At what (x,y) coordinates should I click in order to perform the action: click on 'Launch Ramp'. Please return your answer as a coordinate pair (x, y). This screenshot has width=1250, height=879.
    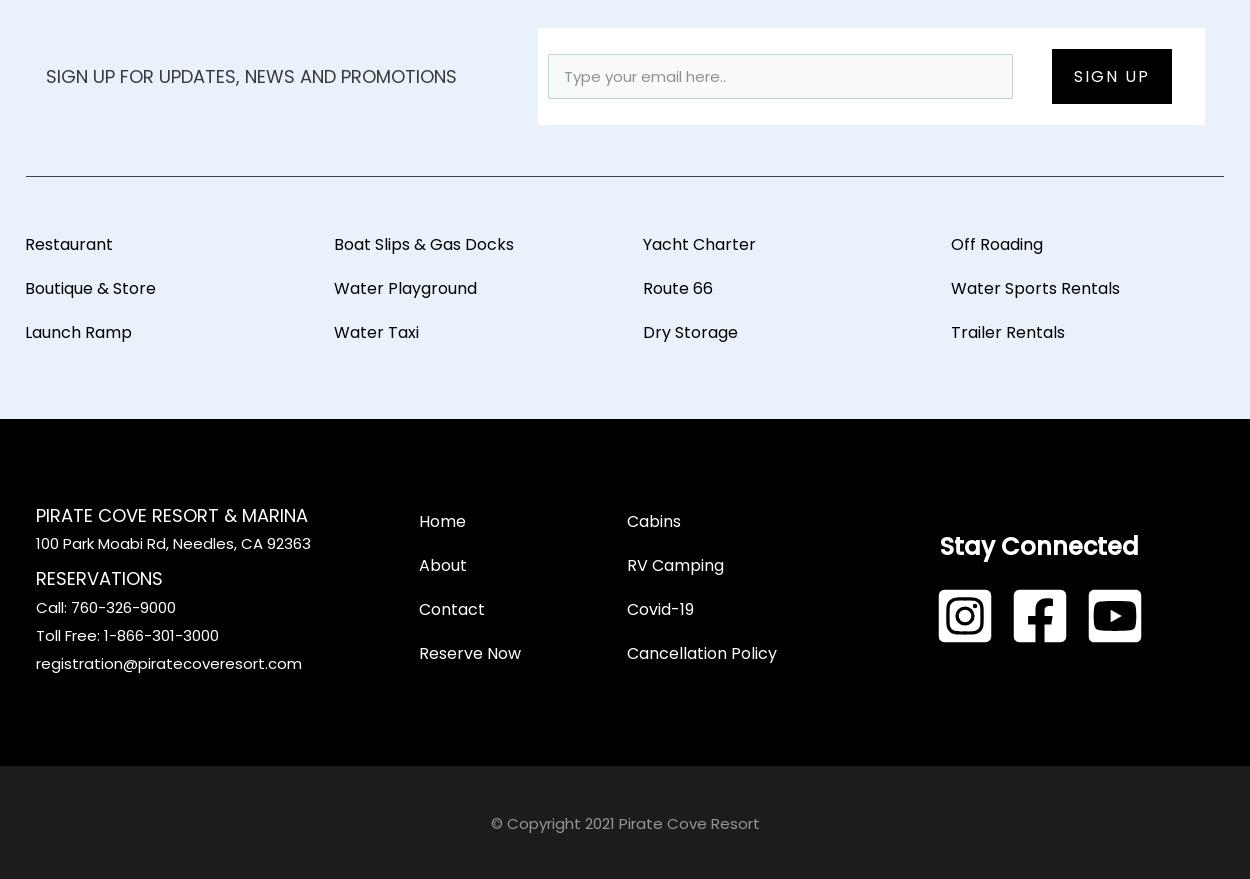
    Looking at the image, I should click on (77, 331).